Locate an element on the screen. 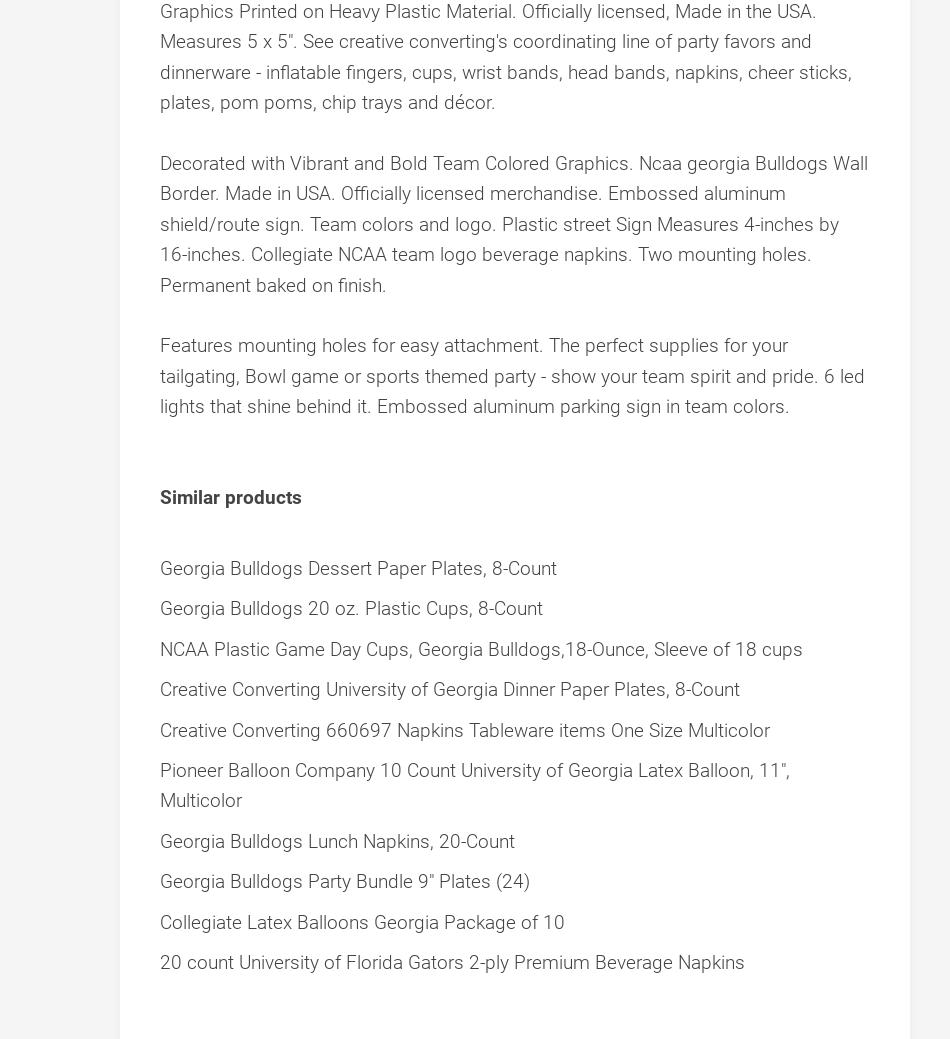 The width and height of the screenshot is (950, 1039). 'NCAA Plastic Game Day Cups, Georgia Bulldogs,18-Ounce, Sleeve of 18 cups' is located at coordinates (481, 648).